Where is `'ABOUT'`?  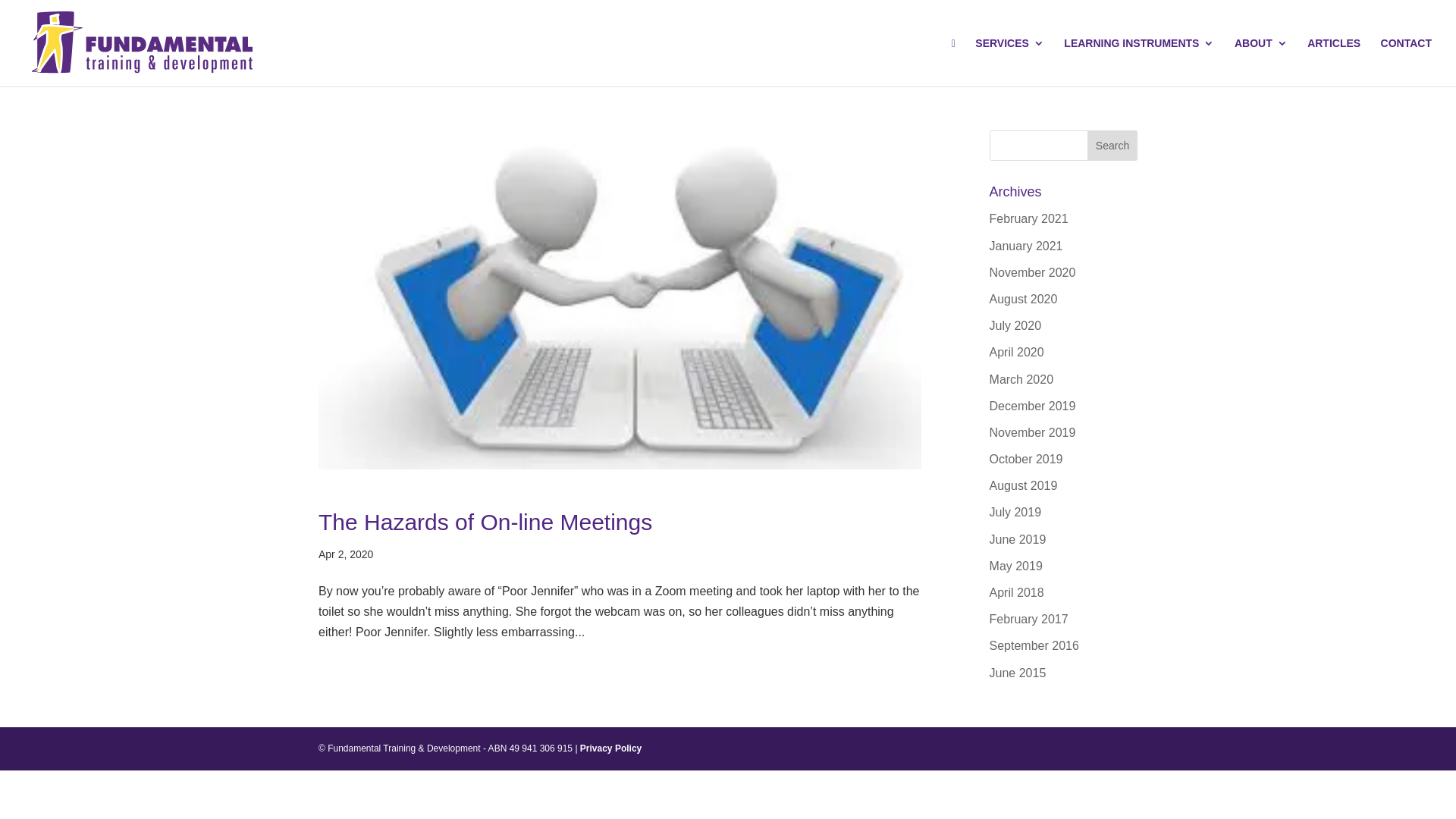
'ABOUT' is located at coordinates (1260, 61).